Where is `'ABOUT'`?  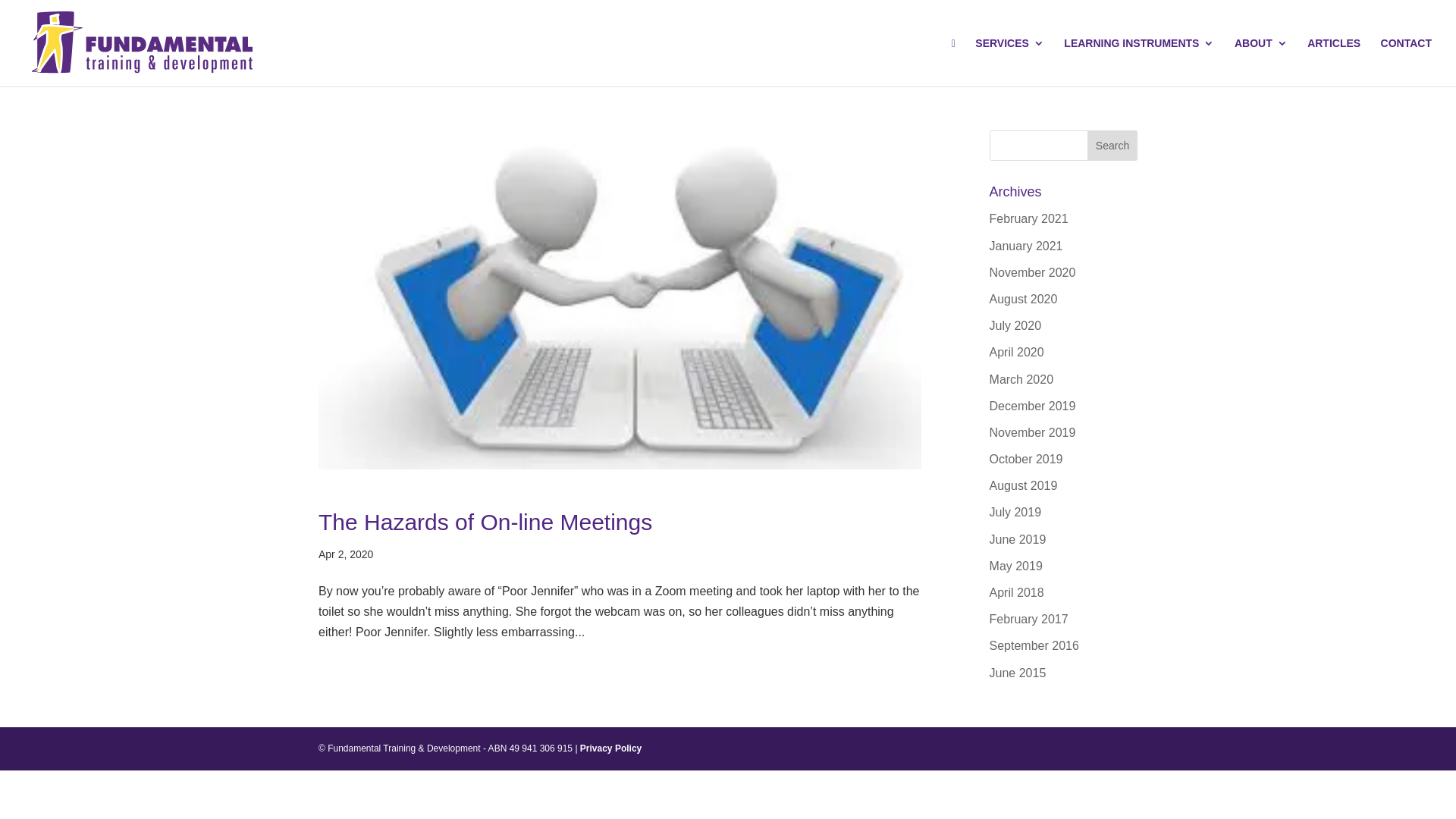
'ABOUT' is located at coordinates (1260, 61).